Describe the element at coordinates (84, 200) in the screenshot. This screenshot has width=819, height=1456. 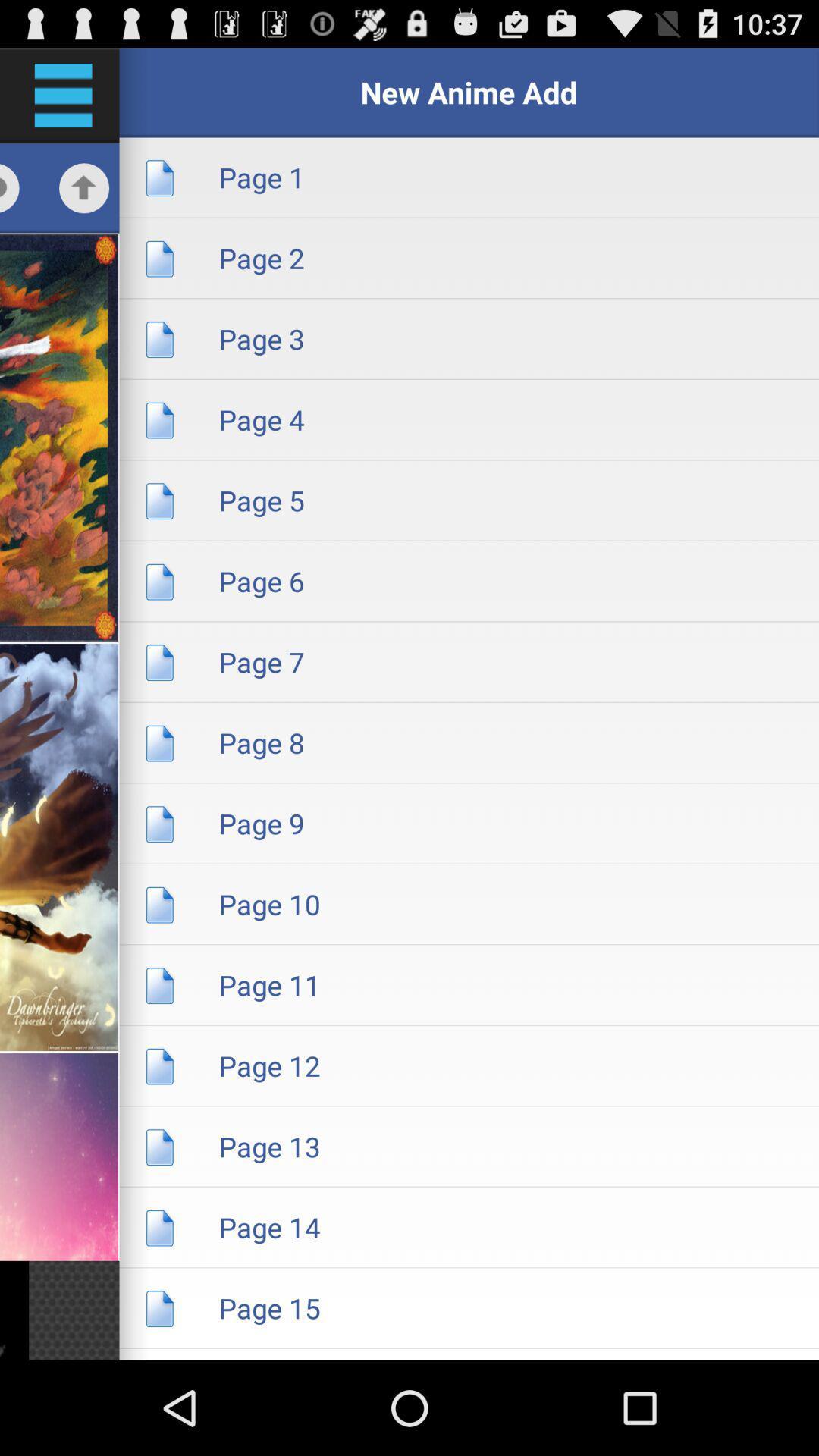
I see `the arrow_upward icon` at that location.